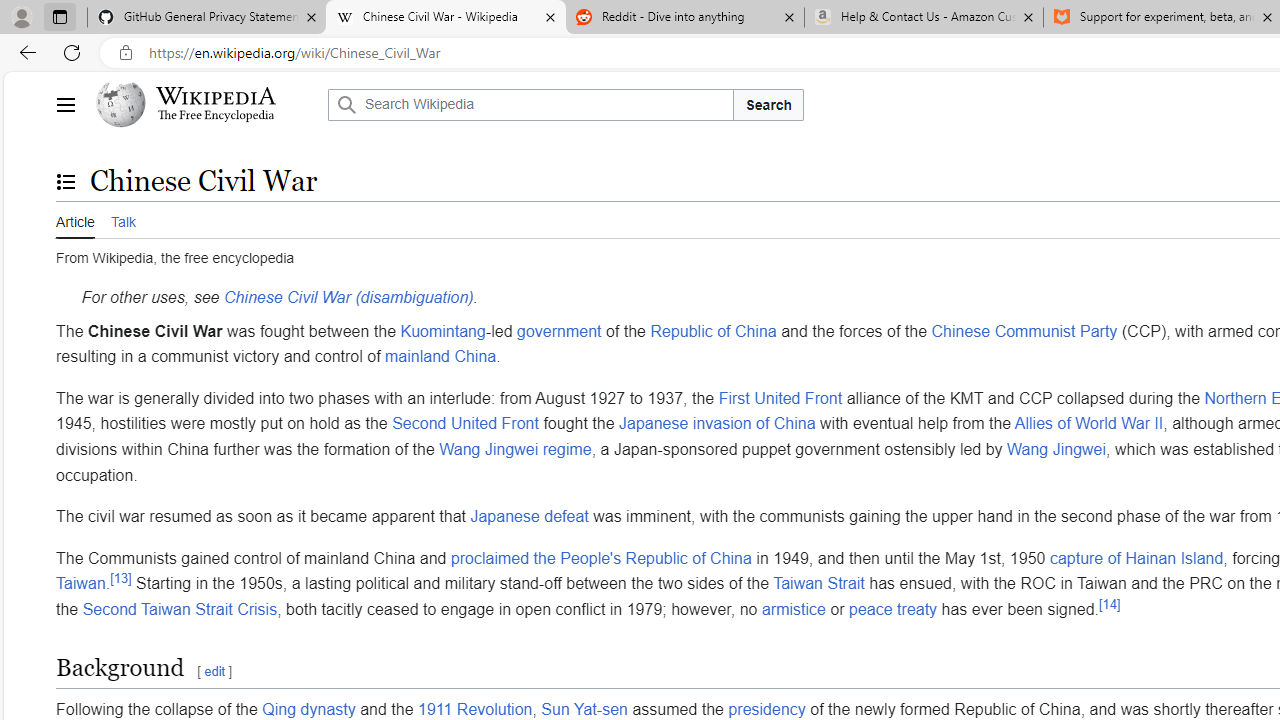 The image size is (1280, 720). What do you see at coordinates (444, 17) in the screenshot?
I see `'Chinese Civil War - Wikipedia'` at bounding box center [444, 17].